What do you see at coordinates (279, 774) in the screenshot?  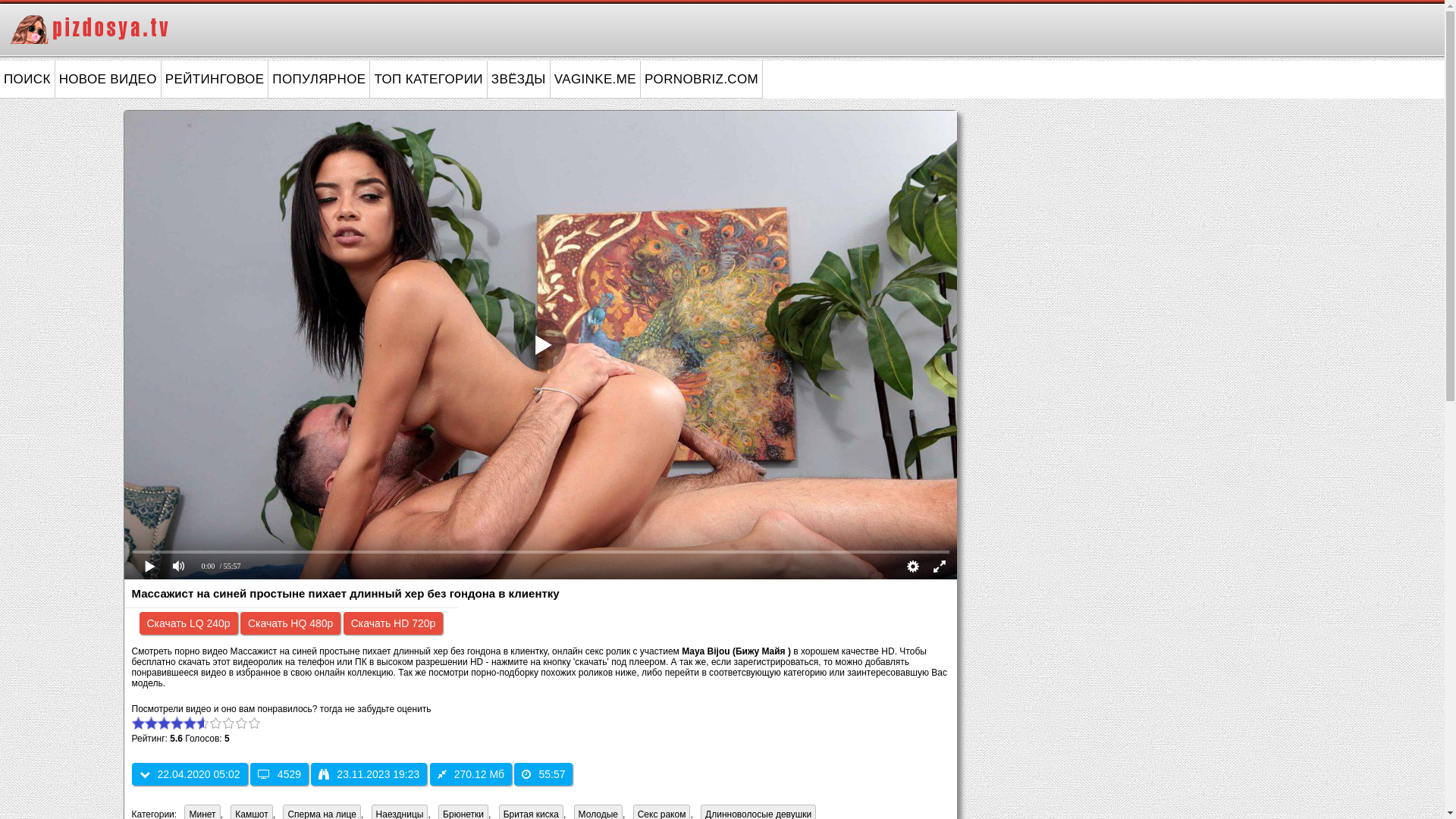 I see `'4529'` at bounding box center [279, 774].